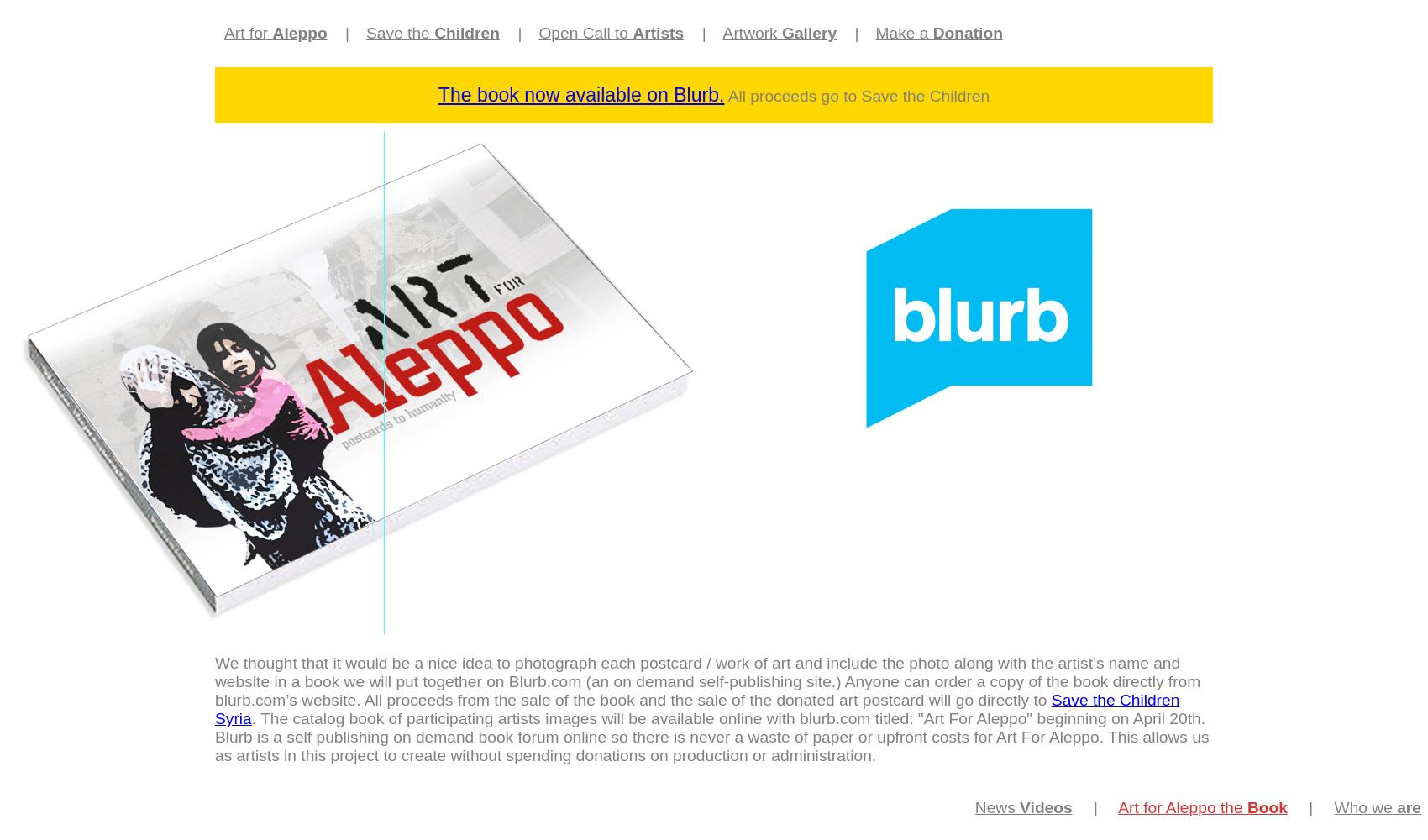 The width and height of the screenshot is (1428, 840). I want to click on 'Art for', so click(224, 33).